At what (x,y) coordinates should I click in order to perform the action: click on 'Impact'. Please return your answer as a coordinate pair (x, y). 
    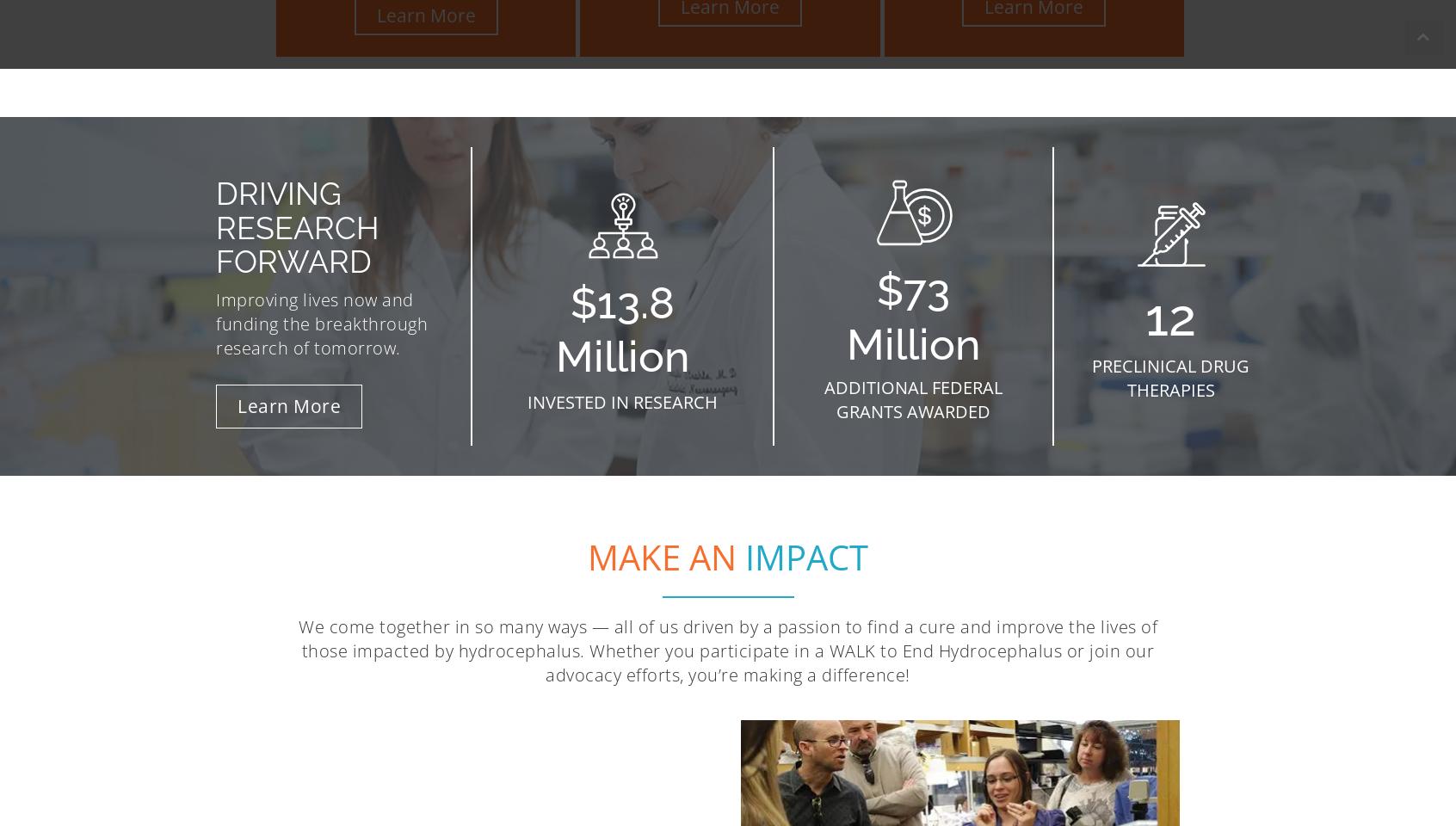
    Looking at the image, I should click on (806, 555).